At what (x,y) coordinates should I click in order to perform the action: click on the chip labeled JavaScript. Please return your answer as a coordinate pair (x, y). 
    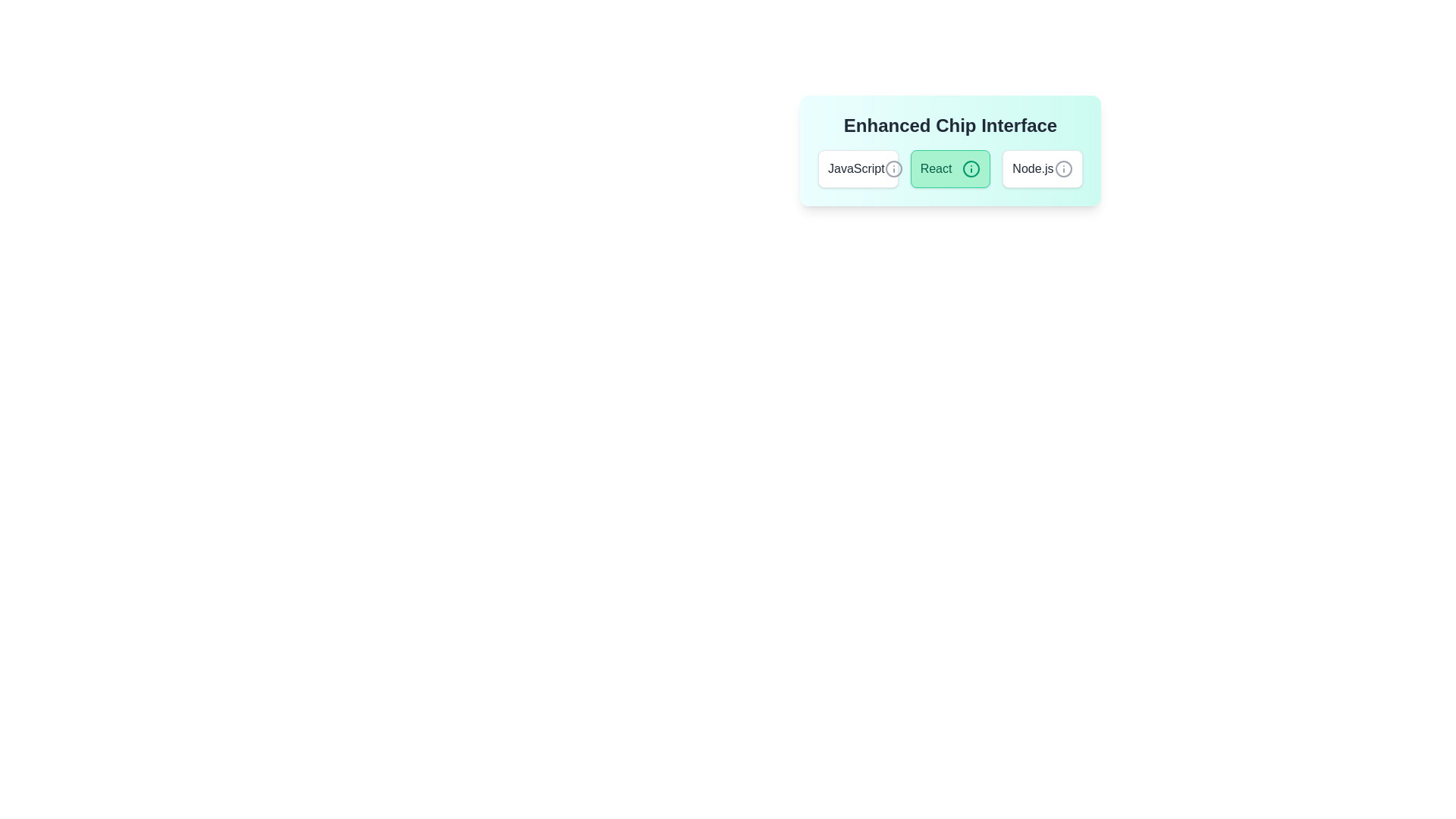
    Looking at the image, I should click on (858, 169).